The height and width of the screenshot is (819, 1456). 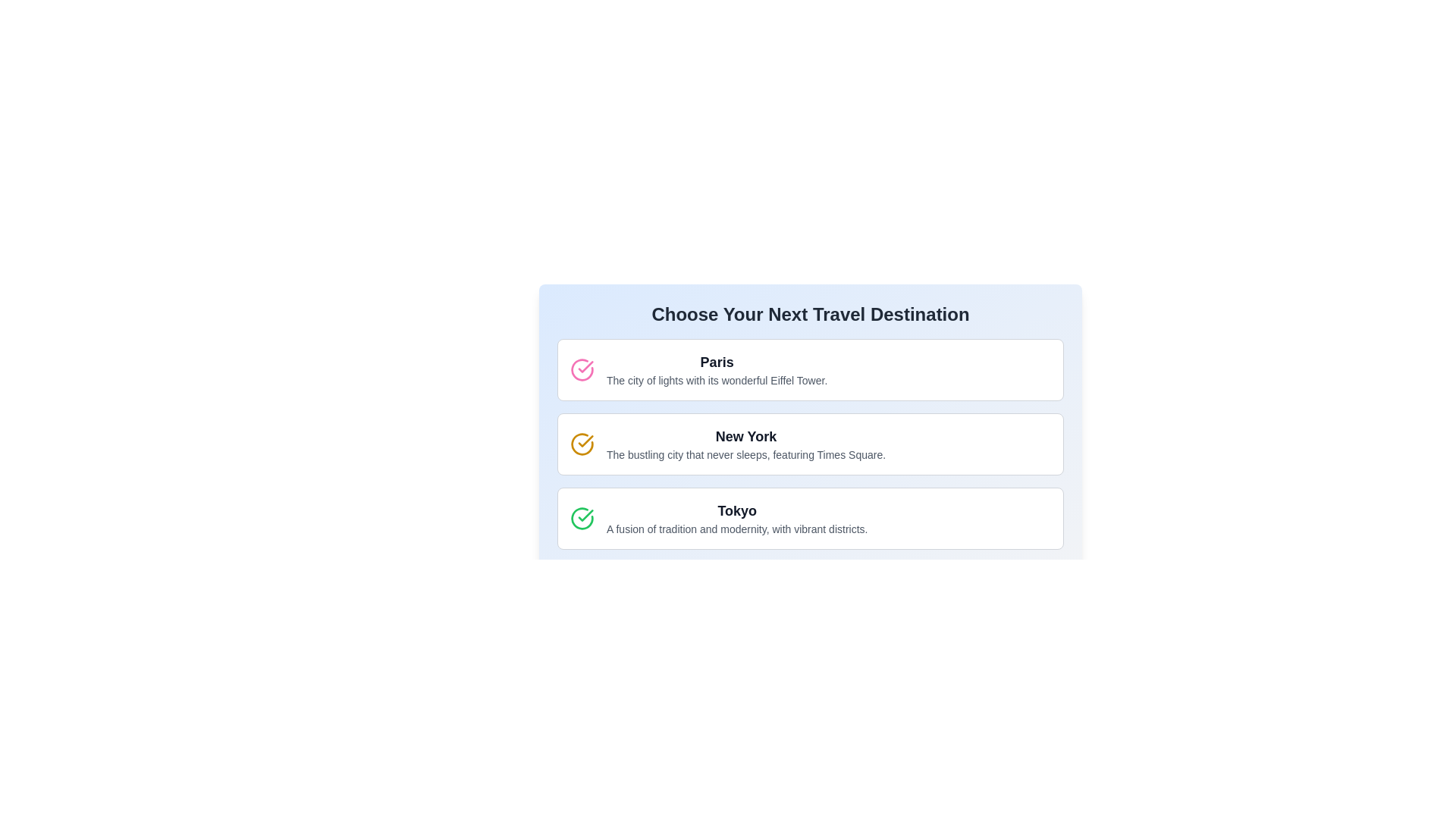 I want to click on the selectable card for New York, which is the second option in a vertical list of travel destinations, so click(x=810, y=444).